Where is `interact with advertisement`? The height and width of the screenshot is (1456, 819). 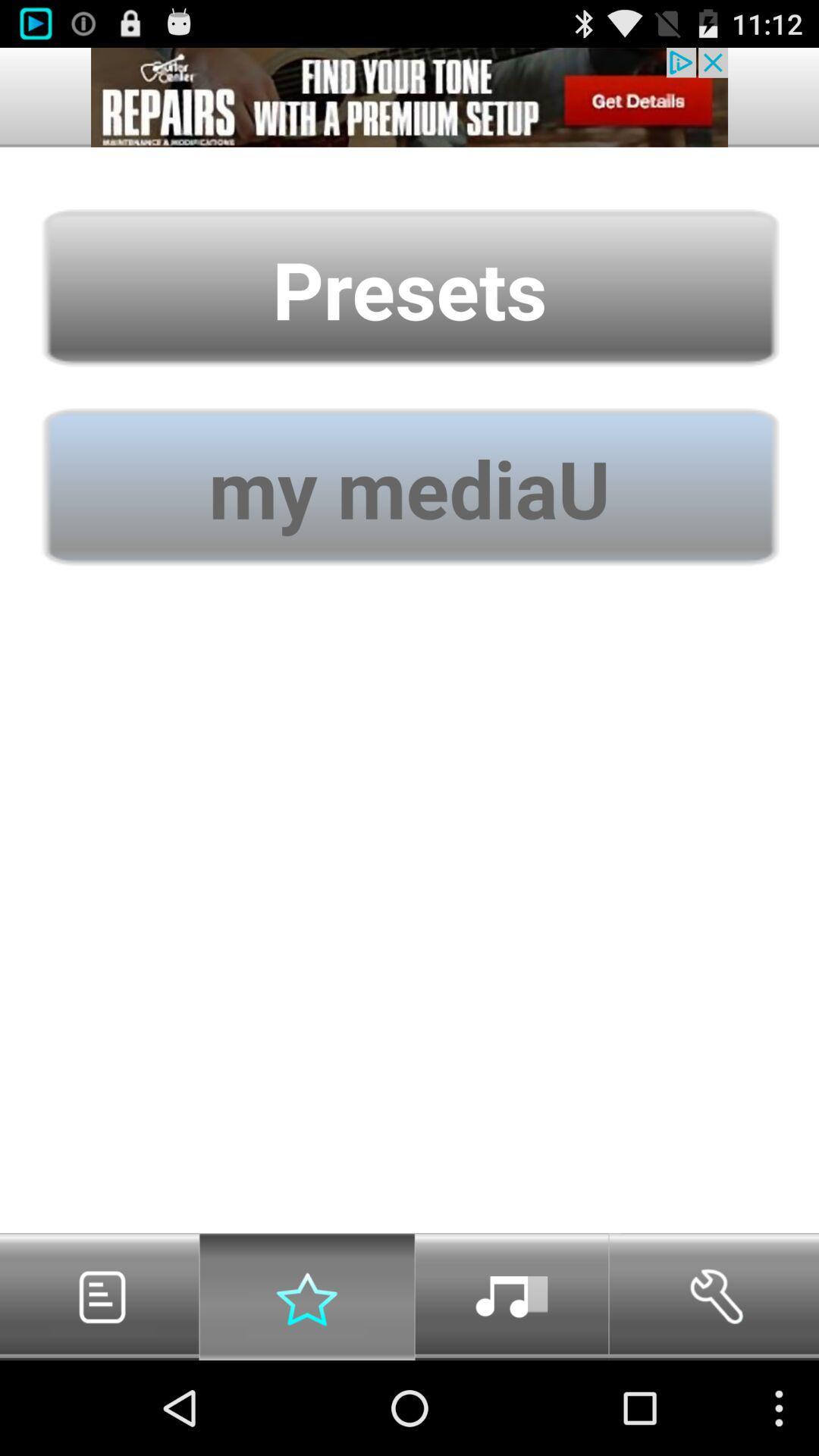 interact with advertisement is located at coordinates (409, 96).